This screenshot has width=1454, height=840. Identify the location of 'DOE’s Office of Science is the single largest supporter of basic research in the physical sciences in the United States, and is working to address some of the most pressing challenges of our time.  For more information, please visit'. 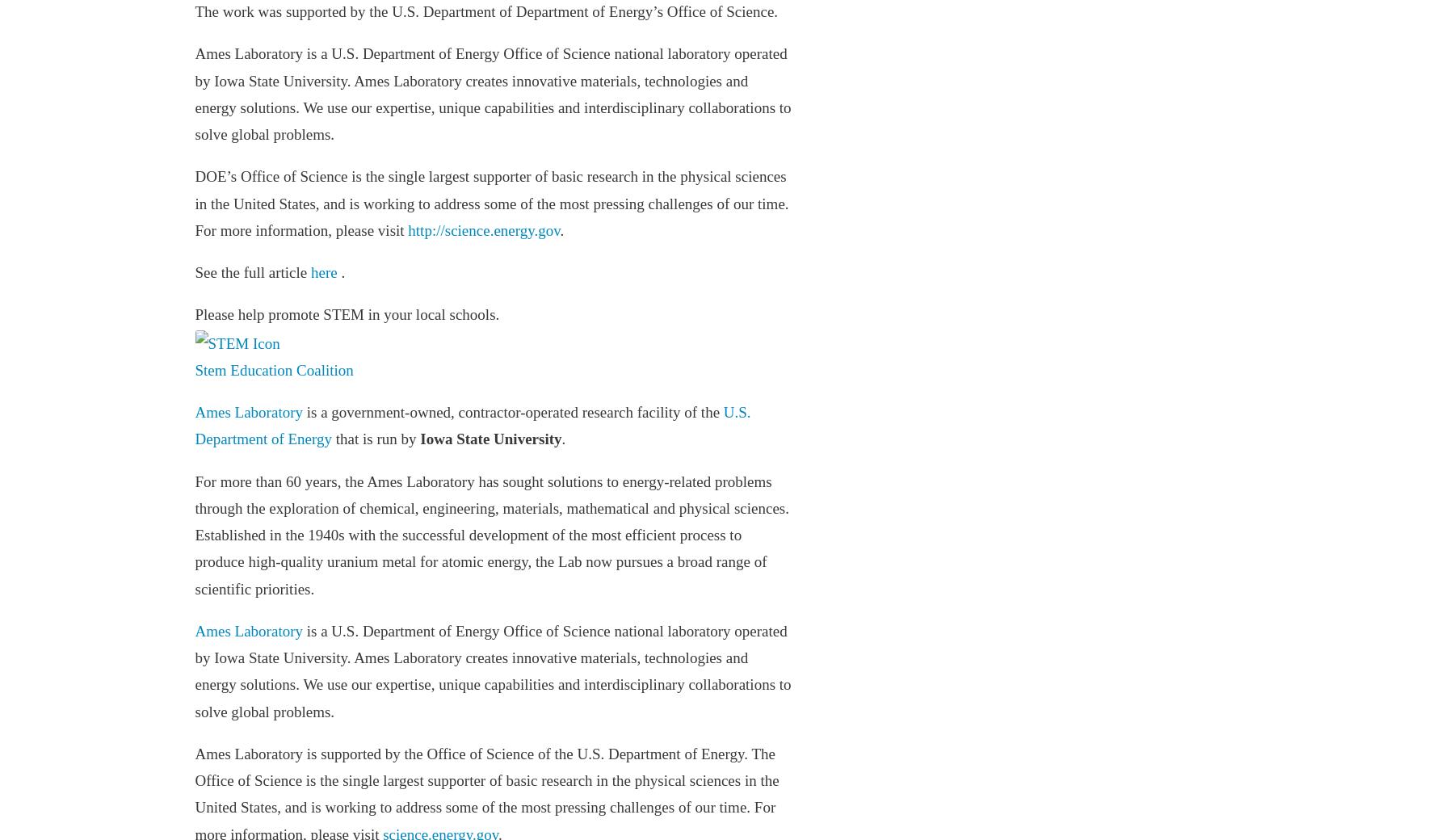
(194, 203).